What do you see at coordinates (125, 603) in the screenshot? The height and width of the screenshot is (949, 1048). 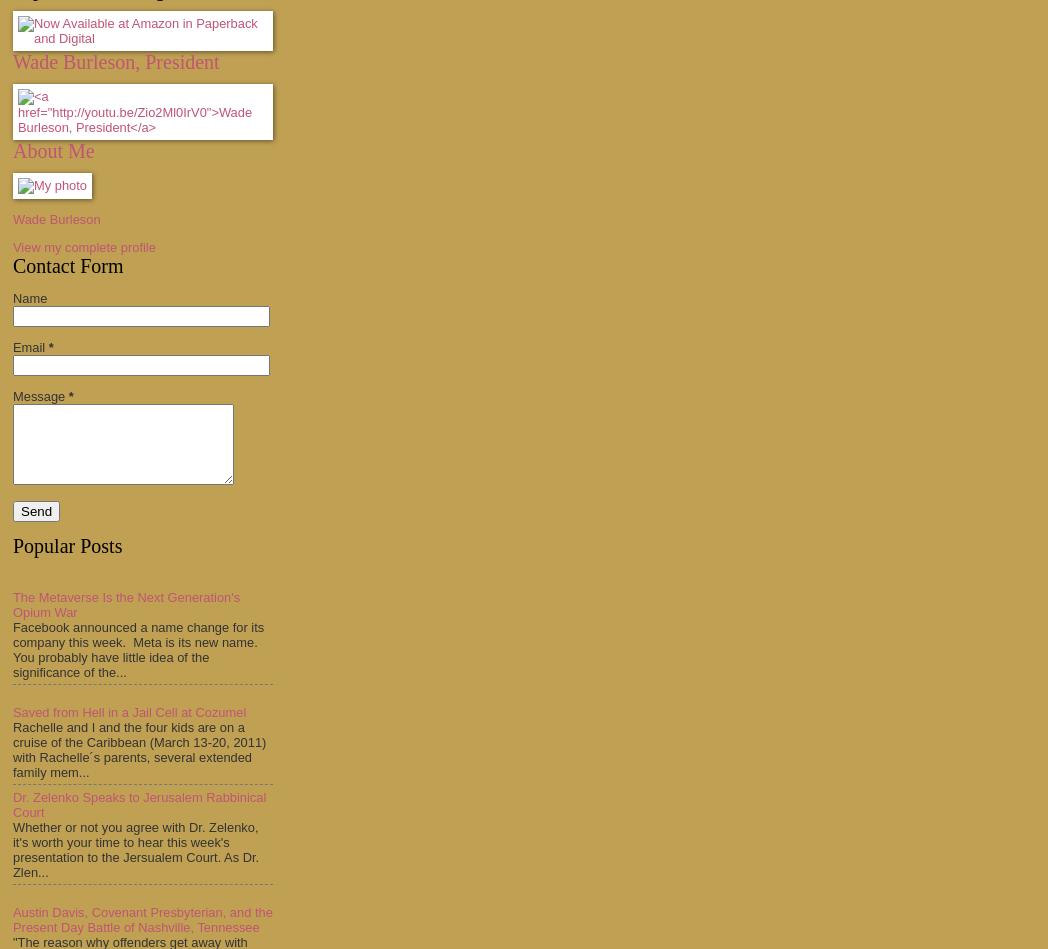 I see `'The Metaverse Is the Next Generation's Opium War'` at bounding box center [125, 603].